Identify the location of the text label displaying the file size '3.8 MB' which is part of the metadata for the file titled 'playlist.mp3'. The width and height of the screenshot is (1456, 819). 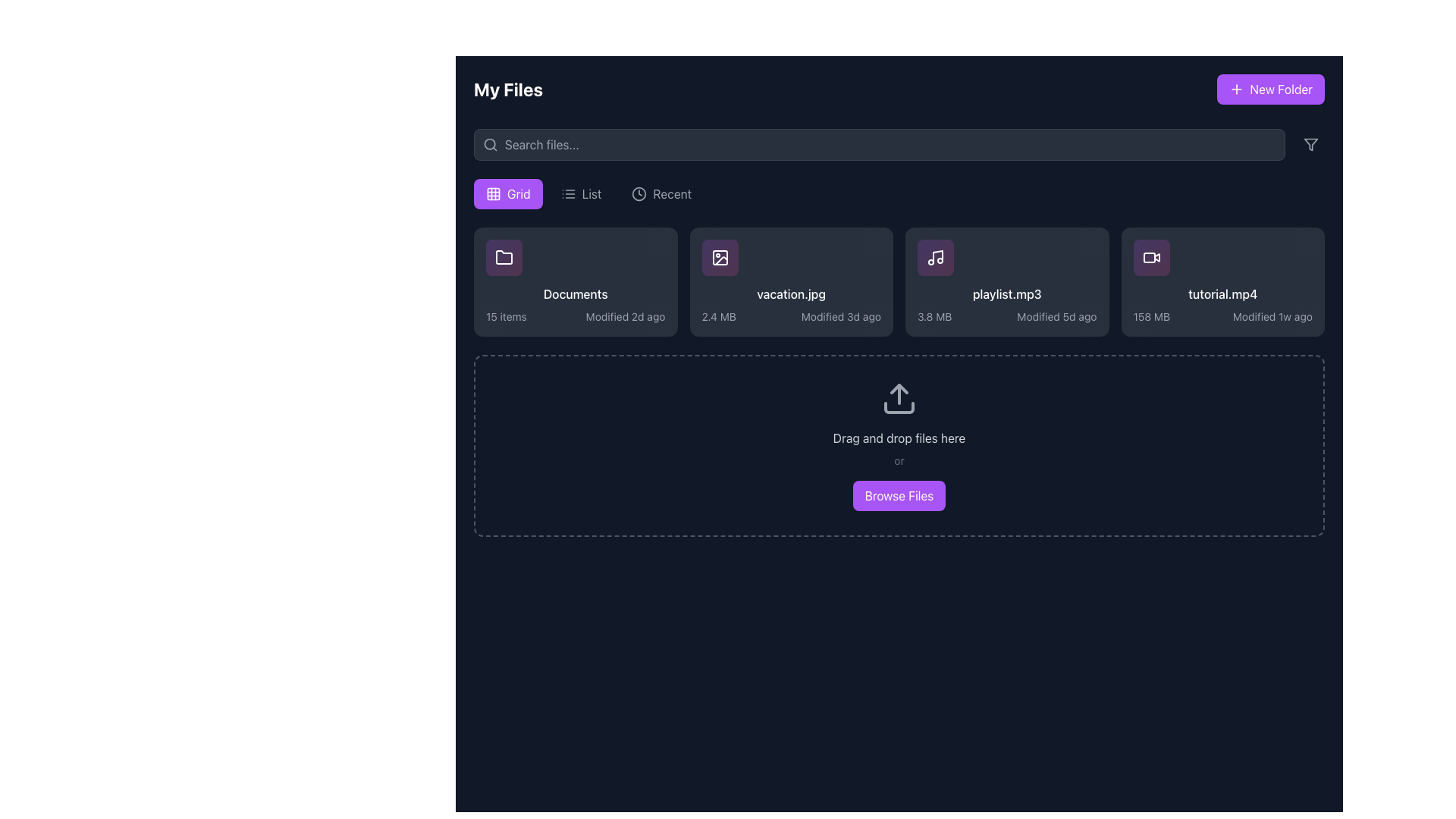
(934, 315).